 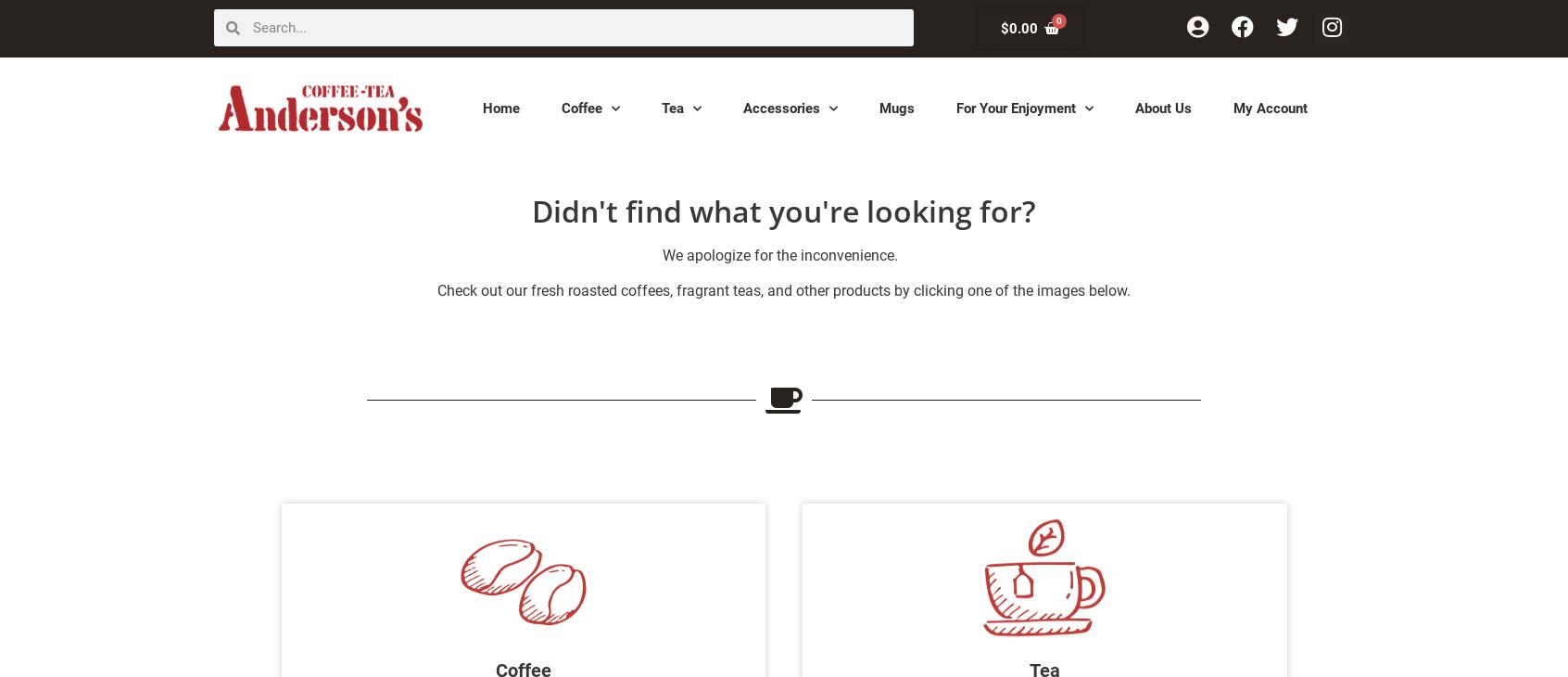 What do you see at coordinates (1005, 27) in the screenshot?
I see `'$'` at bounding box center [1005, 27].